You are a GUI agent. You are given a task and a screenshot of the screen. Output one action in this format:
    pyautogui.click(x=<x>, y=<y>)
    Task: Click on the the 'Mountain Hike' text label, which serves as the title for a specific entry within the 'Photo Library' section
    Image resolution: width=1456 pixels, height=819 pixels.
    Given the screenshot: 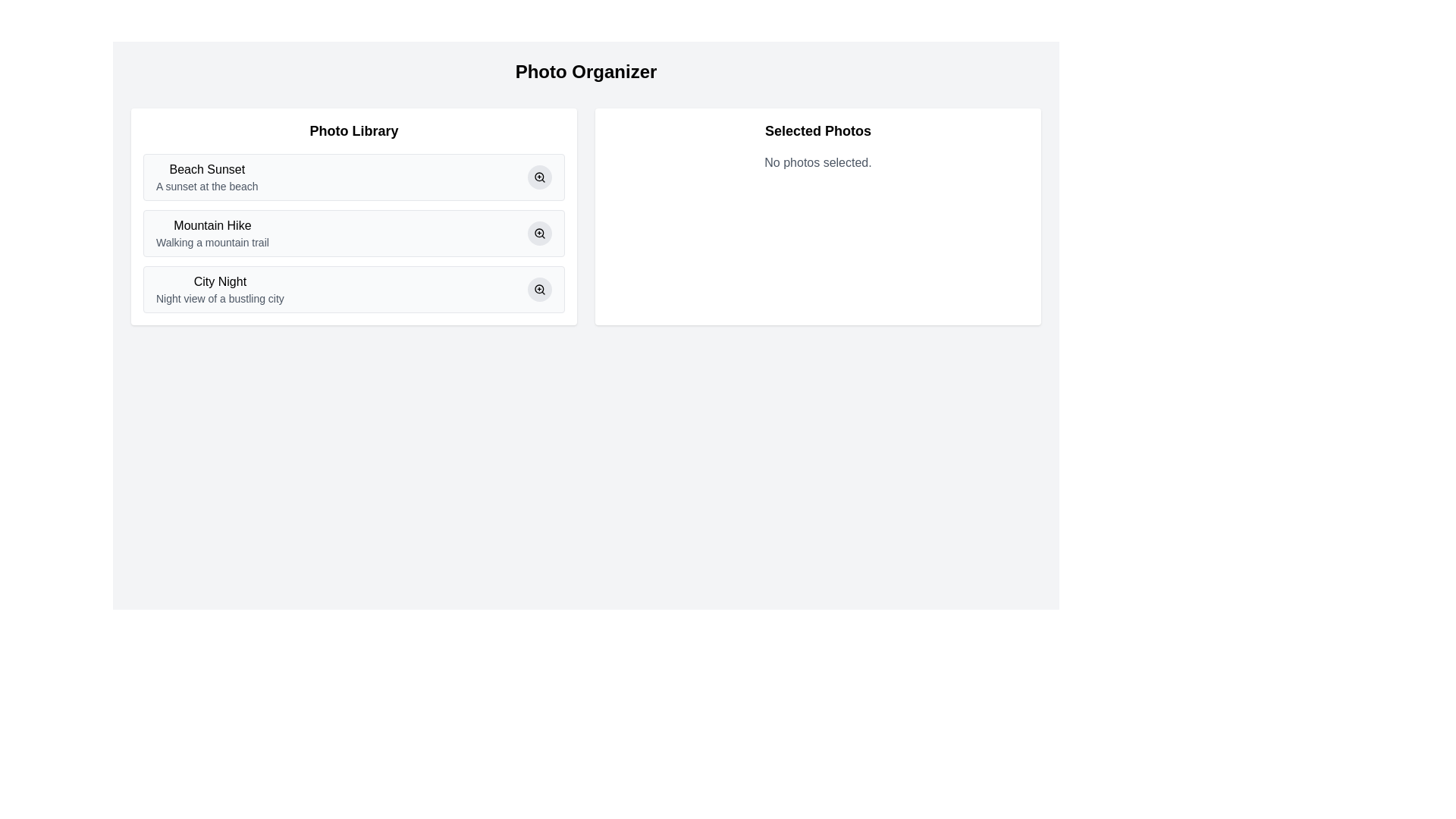 What is the action you would take?
    pyautogui.click(x=212, y=225)
    